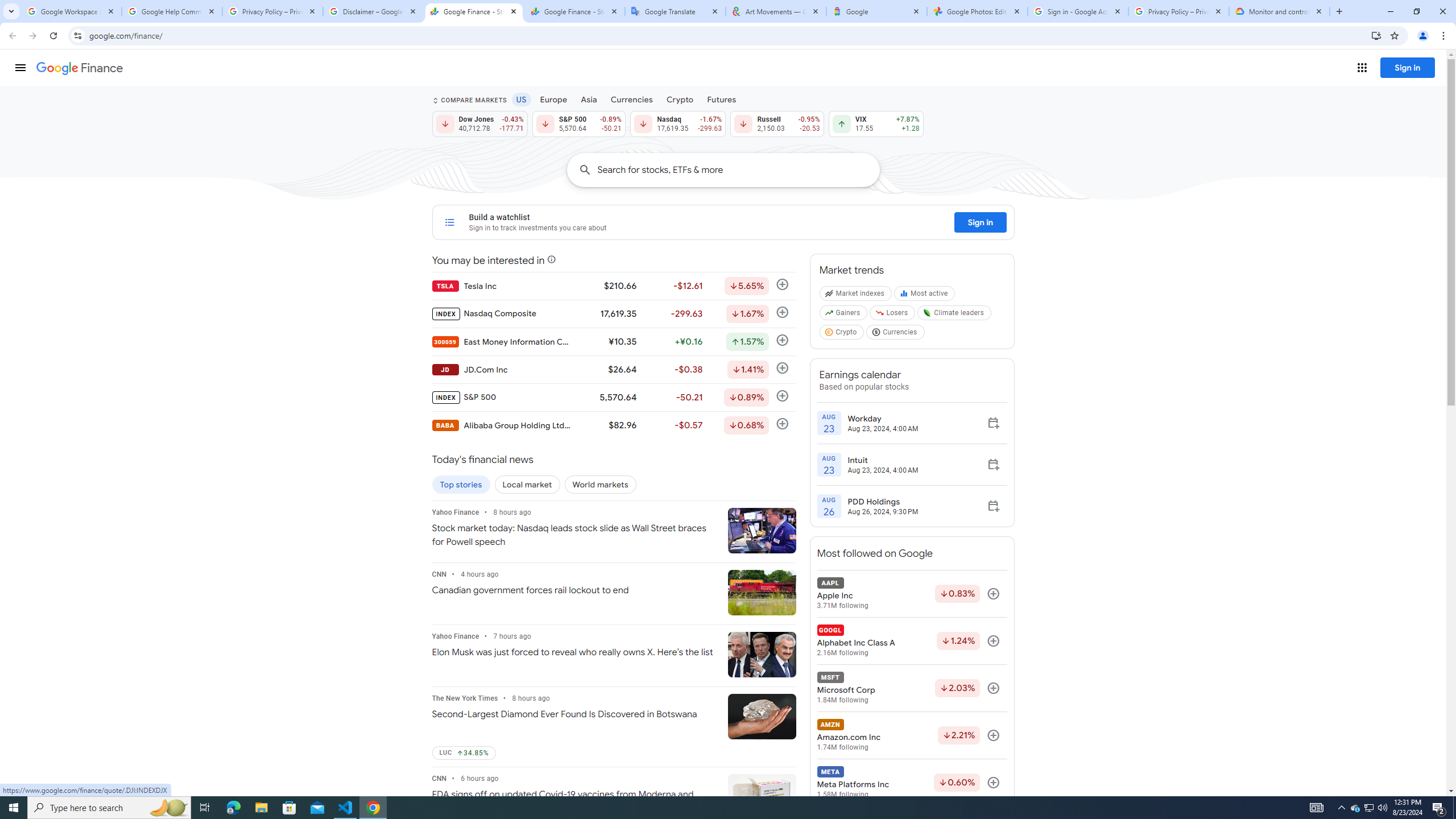  I want to click on 'LUC Up by 34.85%', so click(464, 753).